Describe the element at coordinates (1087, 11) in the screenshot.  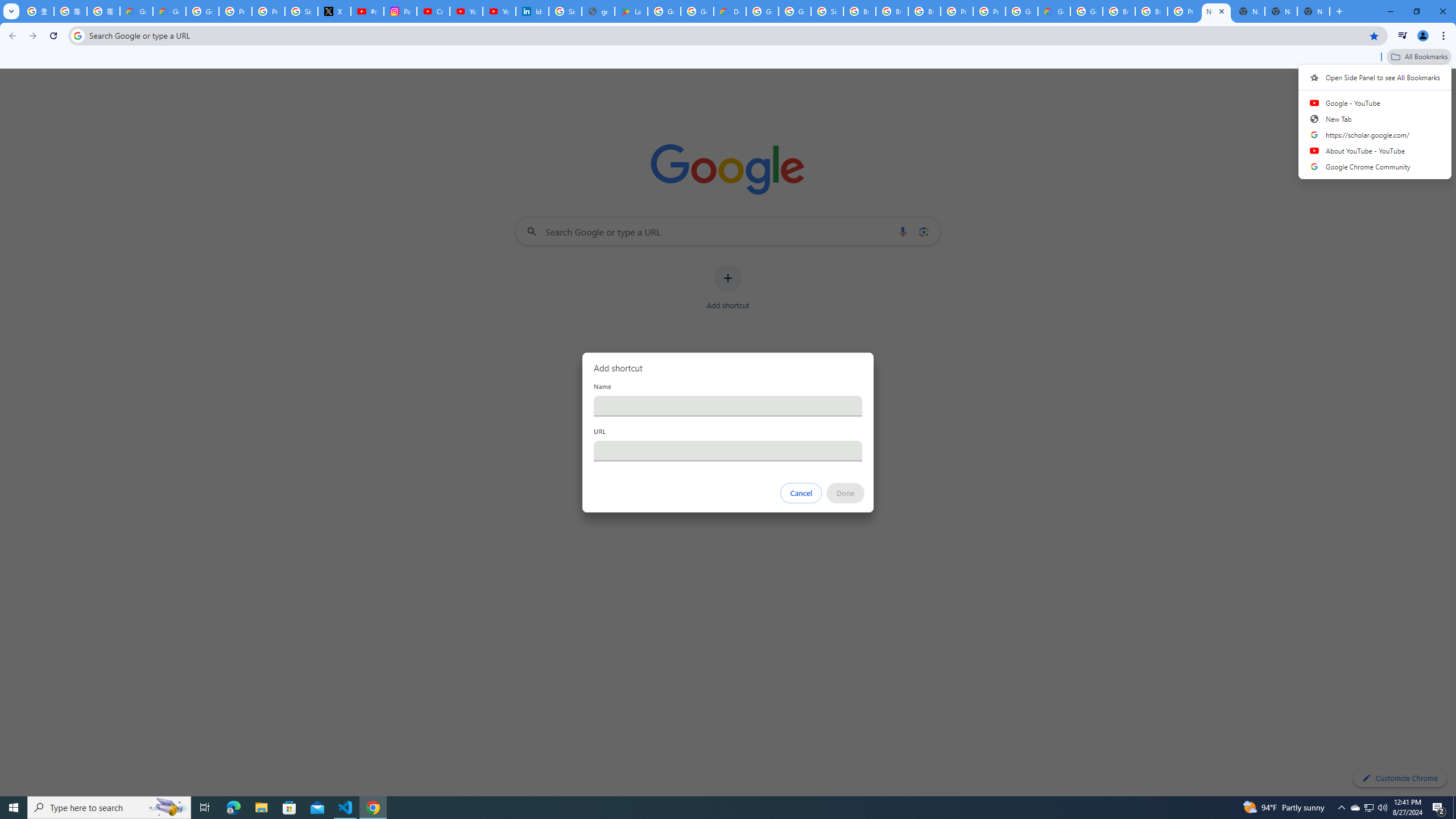
I see `'Google Cloud Platform'` at that location.